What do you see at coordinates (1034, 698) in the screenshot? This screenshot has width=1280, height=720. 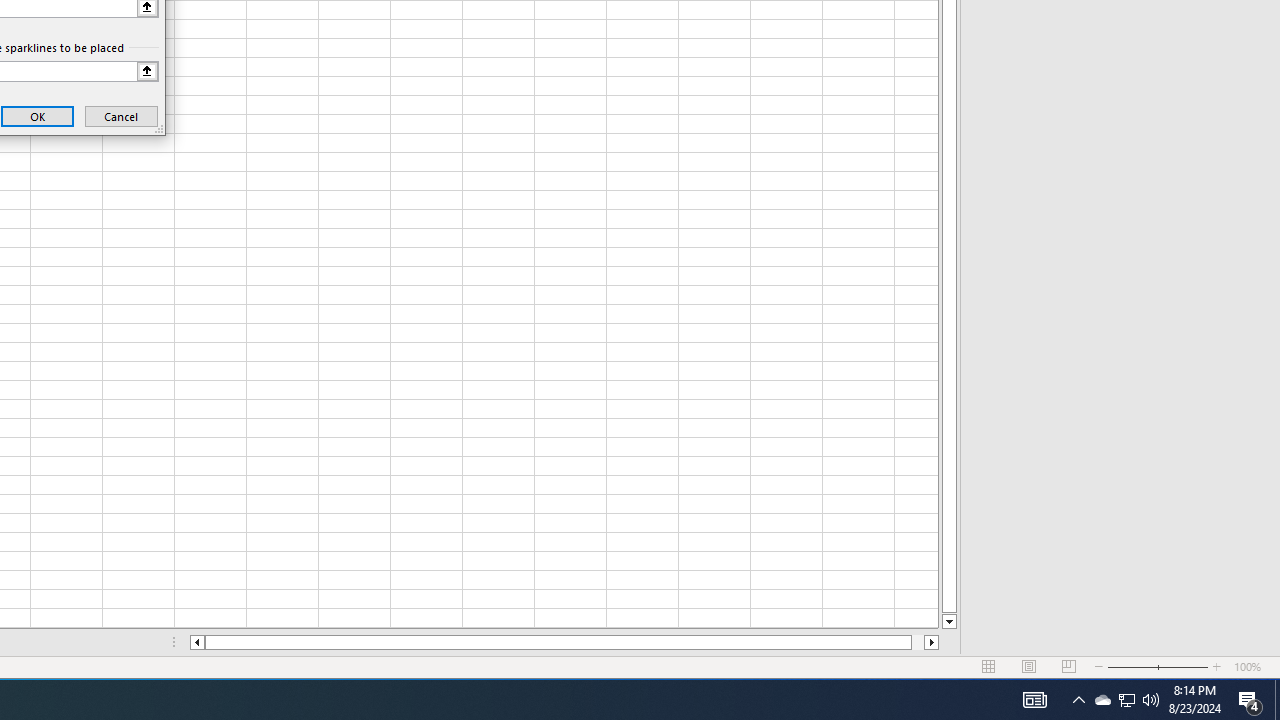 I see `'AutomationID: 4105'` at bounding box center [1034, 698].